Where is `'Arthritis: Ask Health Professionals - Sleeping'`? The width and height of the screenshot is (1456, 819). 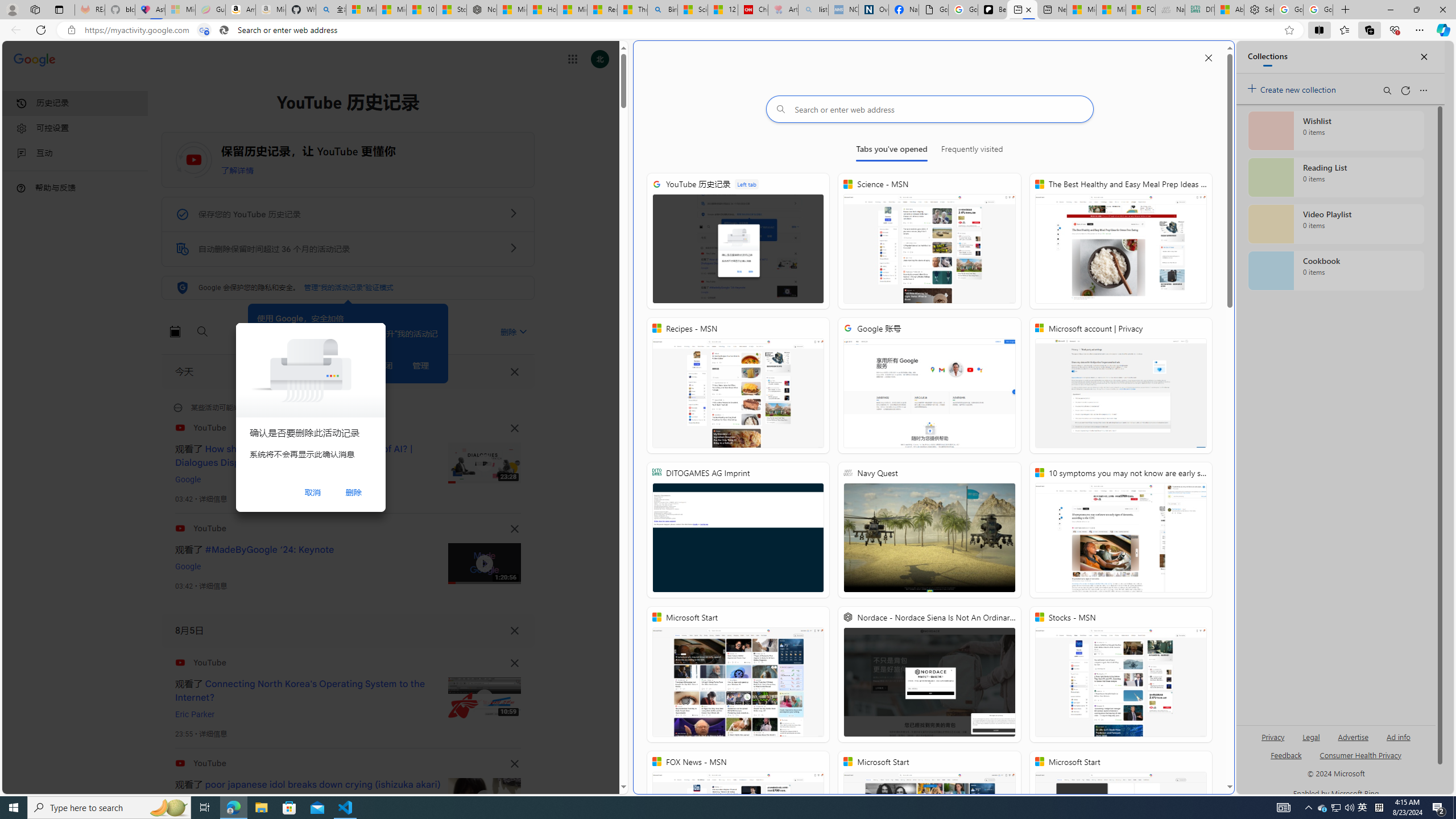
'Arthritis: Ask Health Professionals - Sleeping' is located at coordinates (783, 9).